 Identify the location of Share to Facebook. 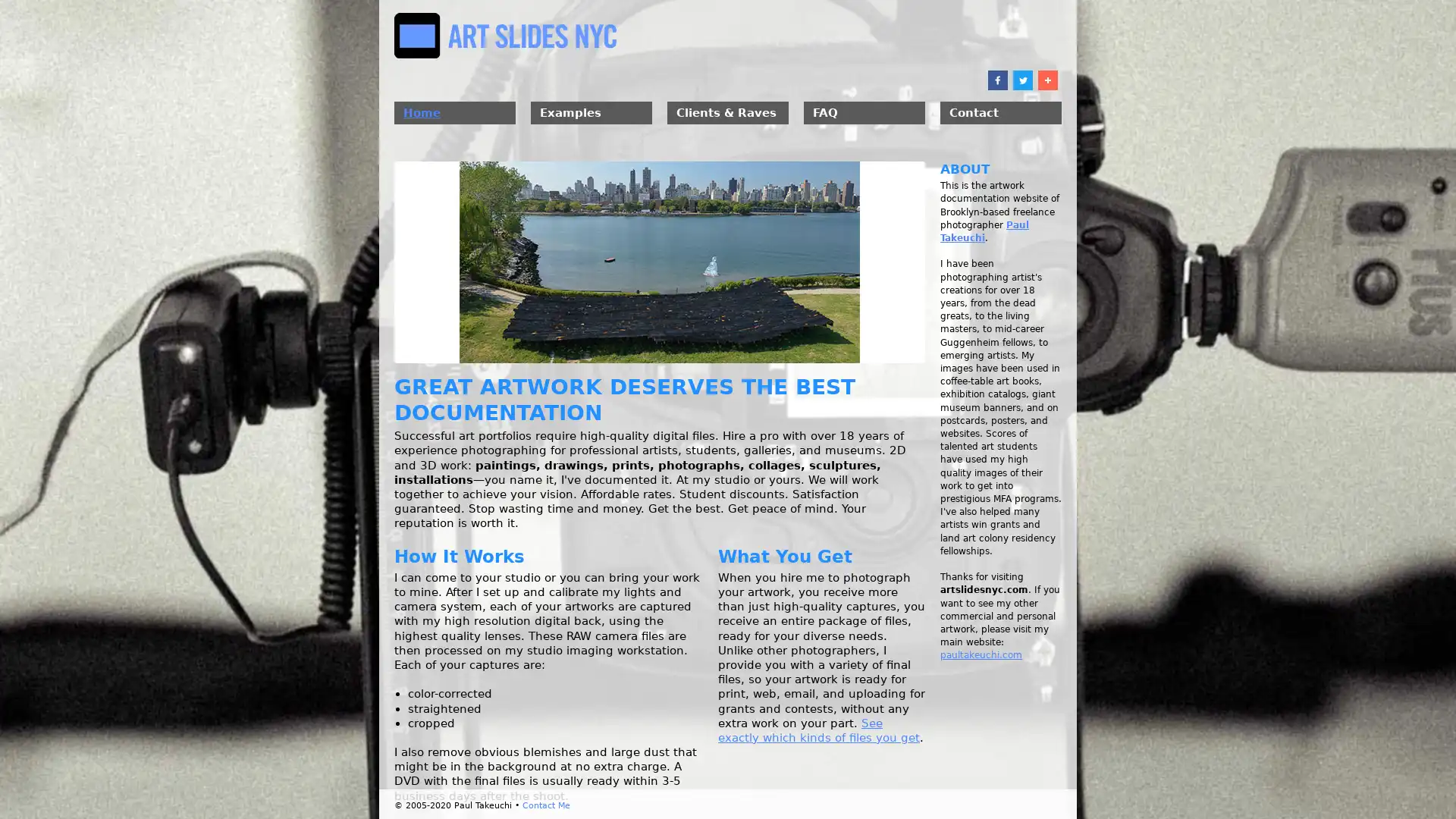
(983, 79).